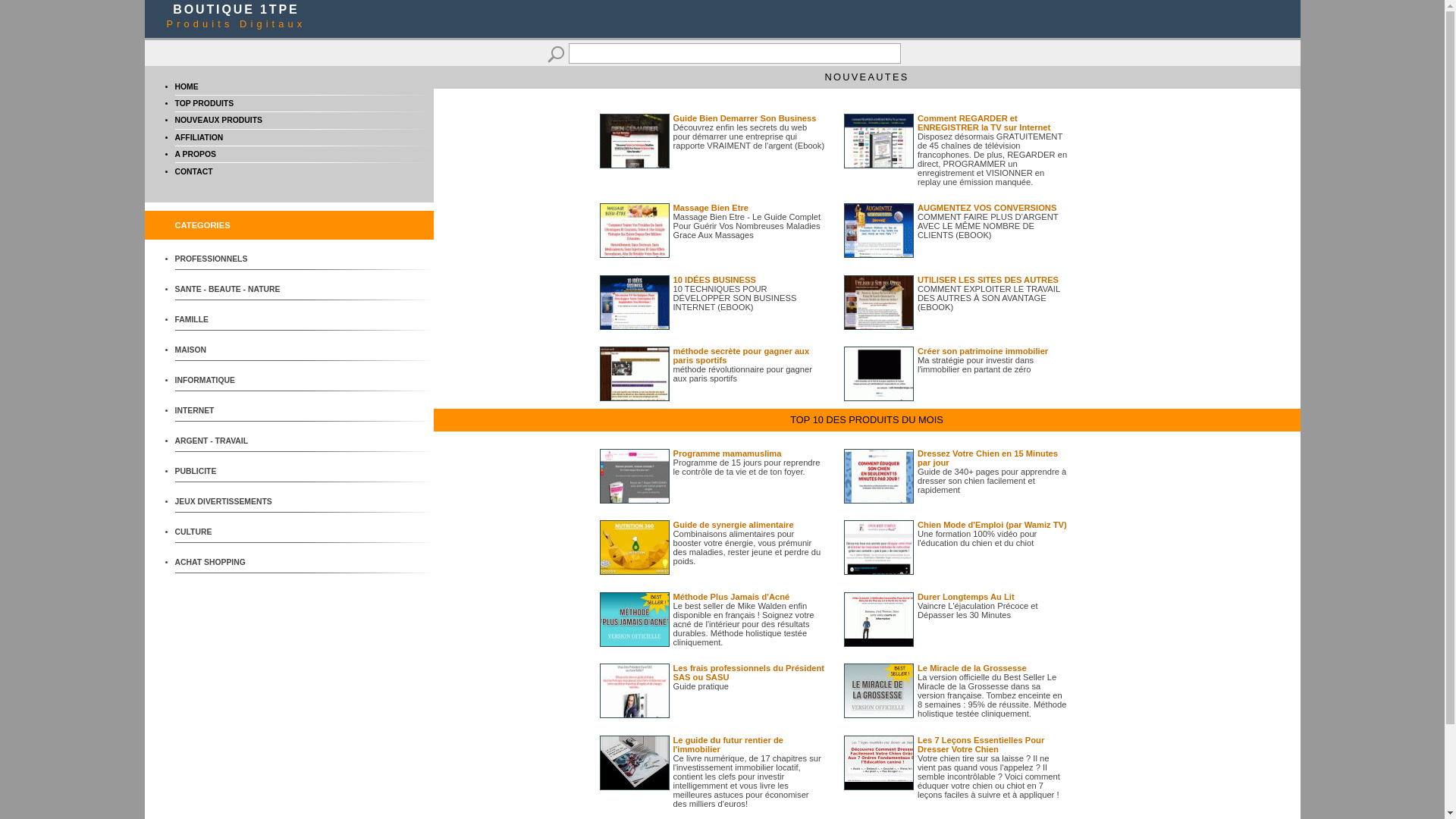 This screenshot has width=1456, height=819. Describe the element at coordinates (231, 410) in the screenshot. I see `'INTERNET'` at that location.